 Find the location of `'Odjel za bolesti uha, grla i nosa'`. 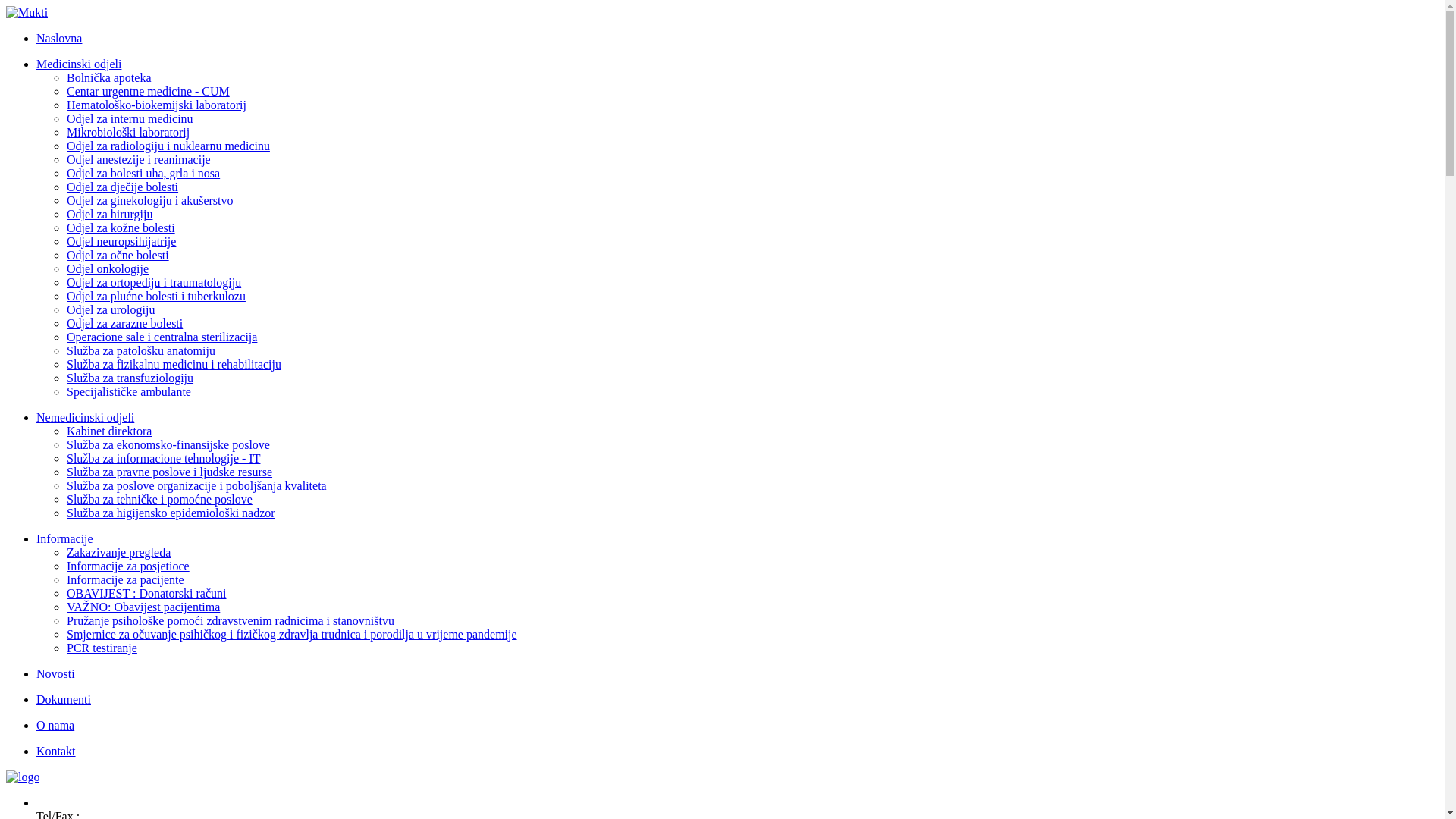

'Odjel za bolesti uha, grla i nosa' is located at coordinates (143, 172).